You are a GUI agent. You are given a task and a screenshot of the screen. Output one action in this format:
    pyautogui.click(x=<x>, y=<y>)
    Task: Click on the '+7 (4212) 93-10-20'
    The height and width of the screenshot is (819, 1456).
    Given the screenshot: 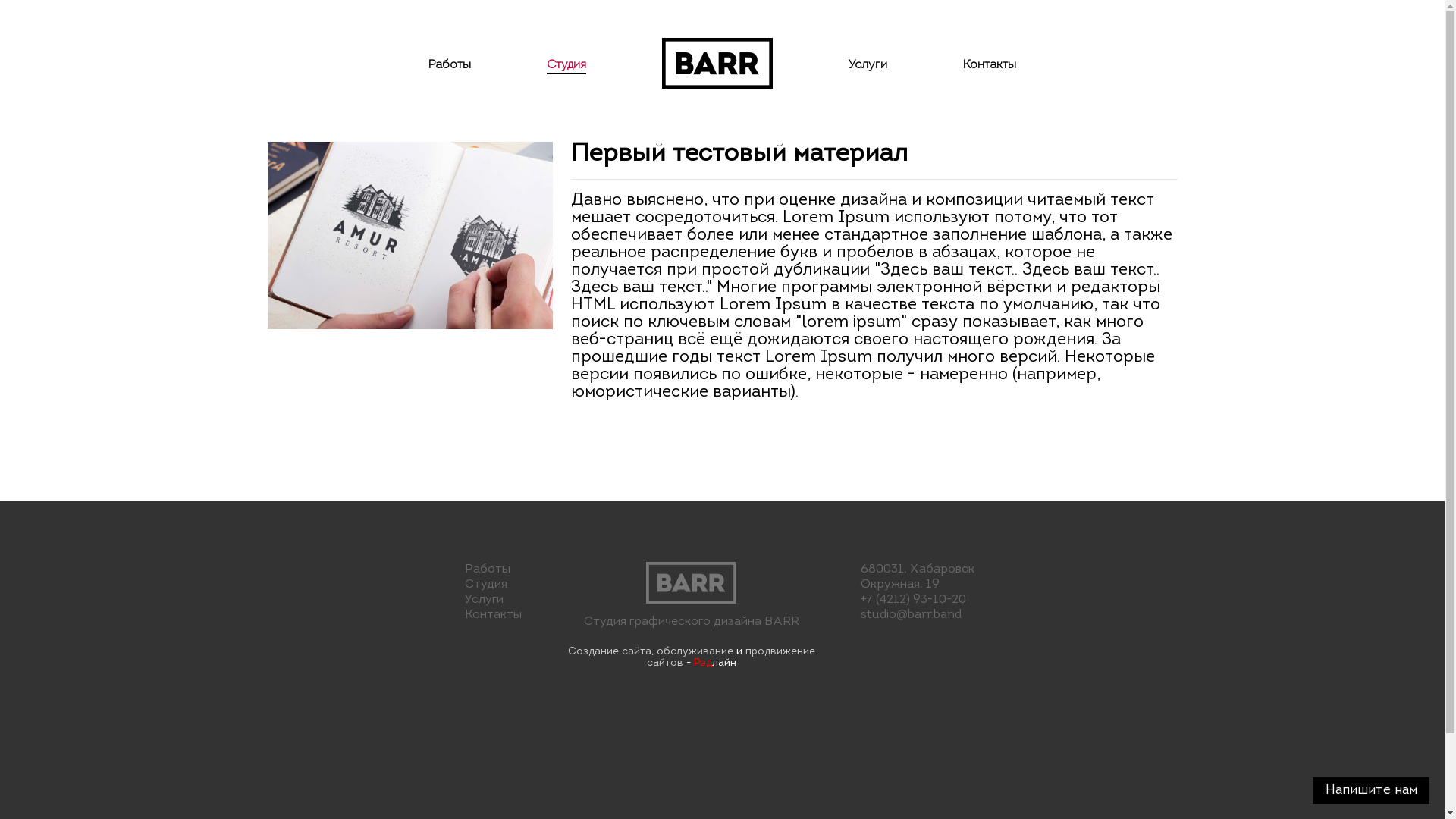 What is the action you would take?
    pyautogui.click(x=860, y=598)
    